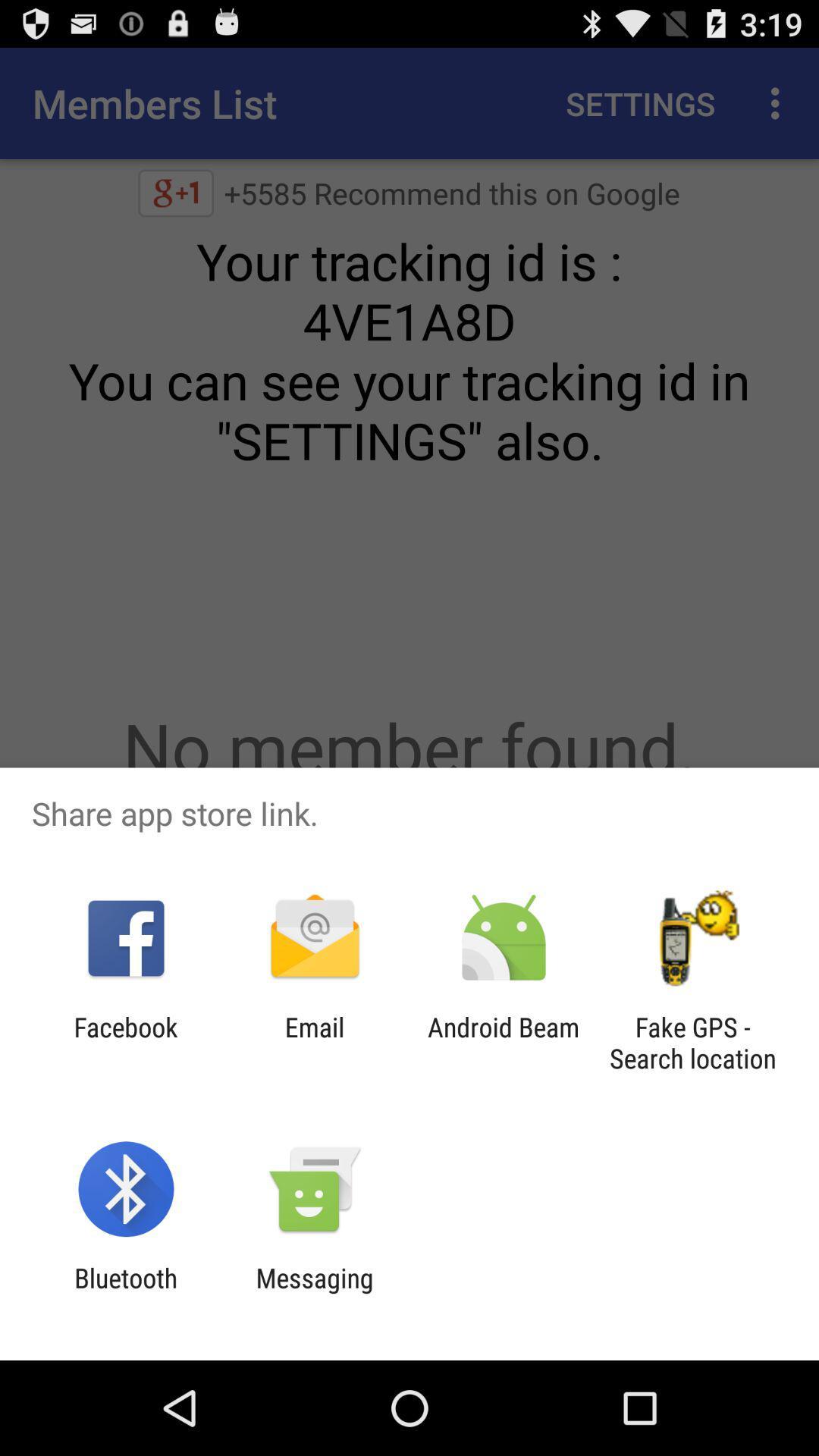  Describe the element at coordinates (314, 1042) in the screenshot. I see `app next to facebook icon` at that location.